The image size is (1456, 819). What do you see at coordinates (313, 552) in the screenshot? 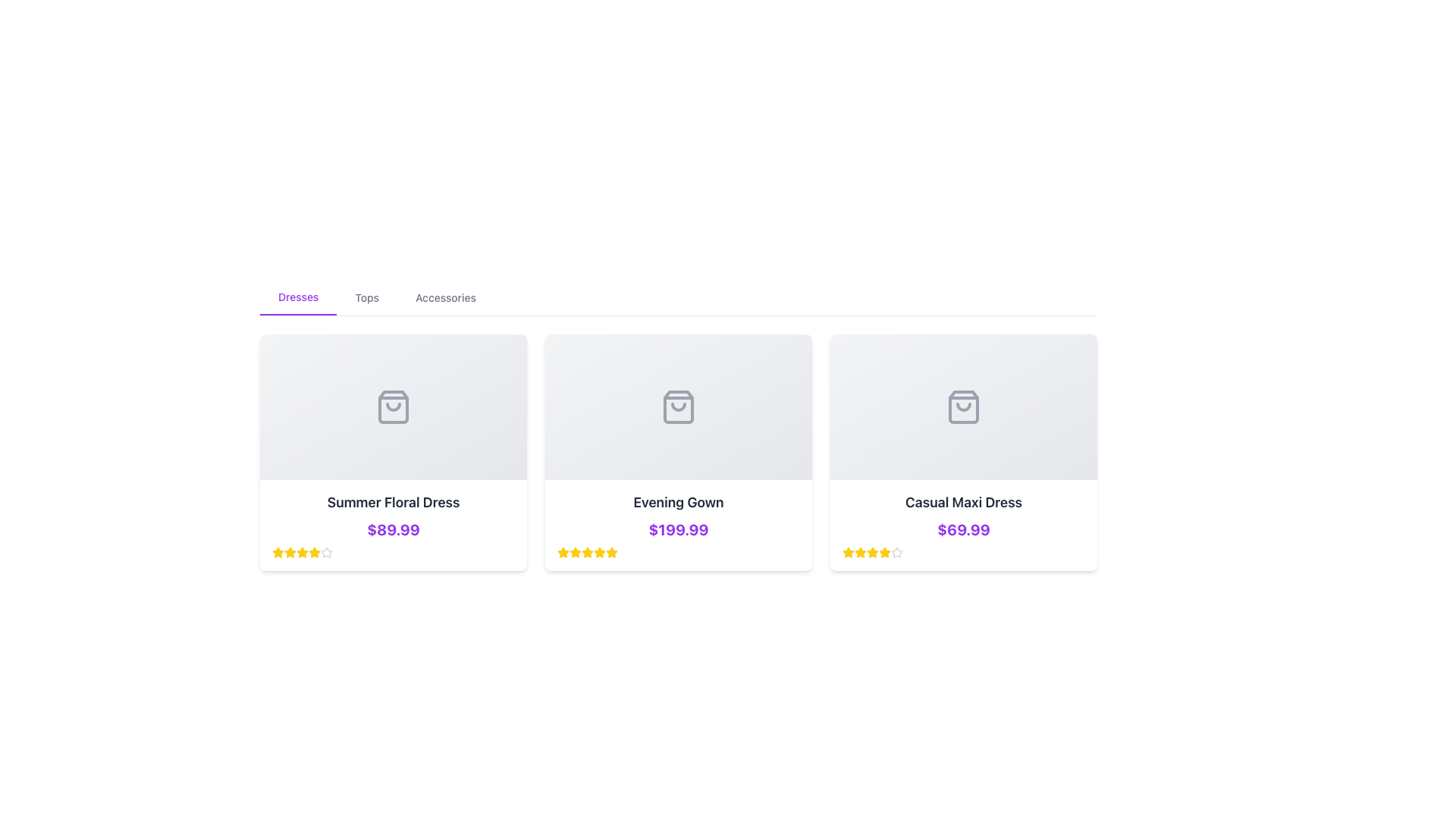
I see `the fourth star icon in the five-star rating system for the 'Summer Floral Dress' product, located under its price tag` at bounding box center [313, 552].